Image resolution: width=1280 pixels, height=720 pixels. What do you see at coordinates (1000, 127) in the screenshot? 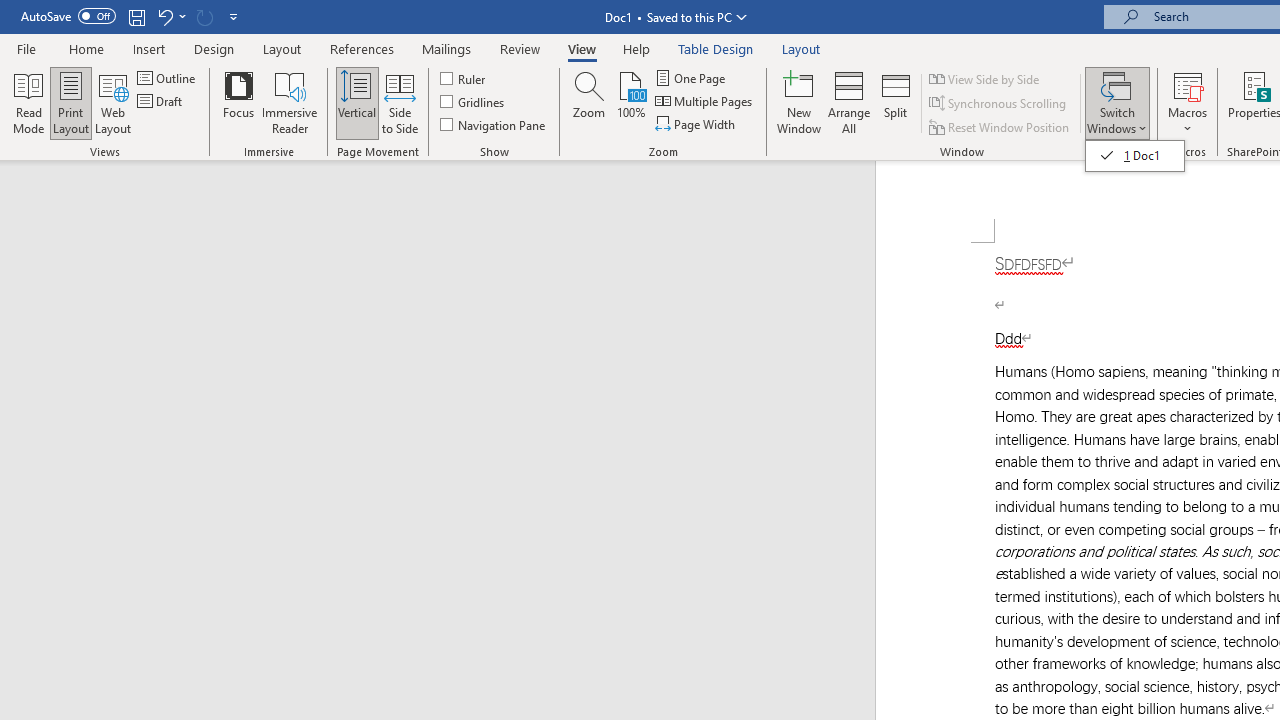
I see `'Reset Window Position'` at bounding box center [1000, 127].